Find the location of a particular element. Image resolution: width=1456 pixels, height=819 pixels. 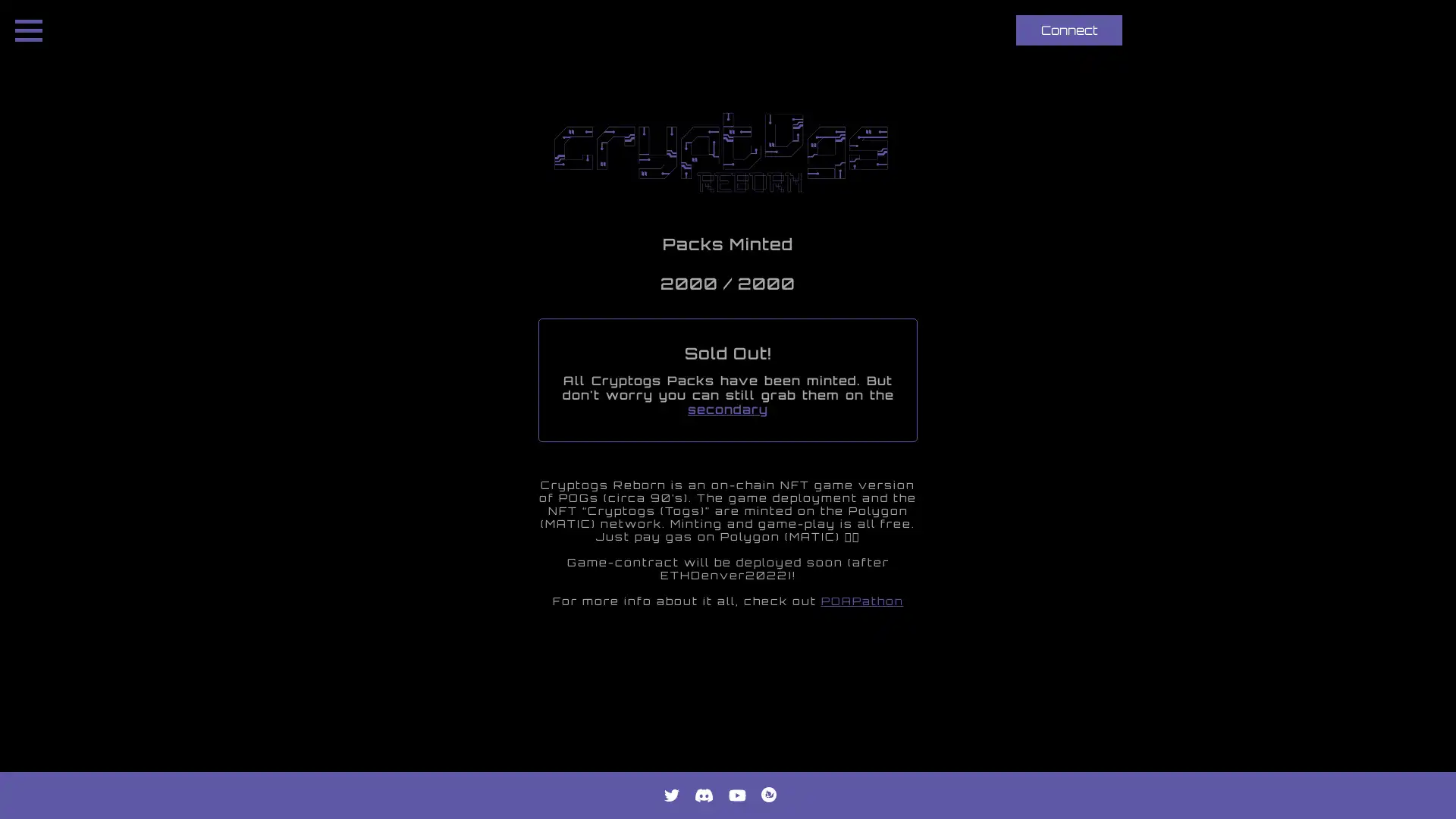

Connect is located at coordinates (1068, 30).